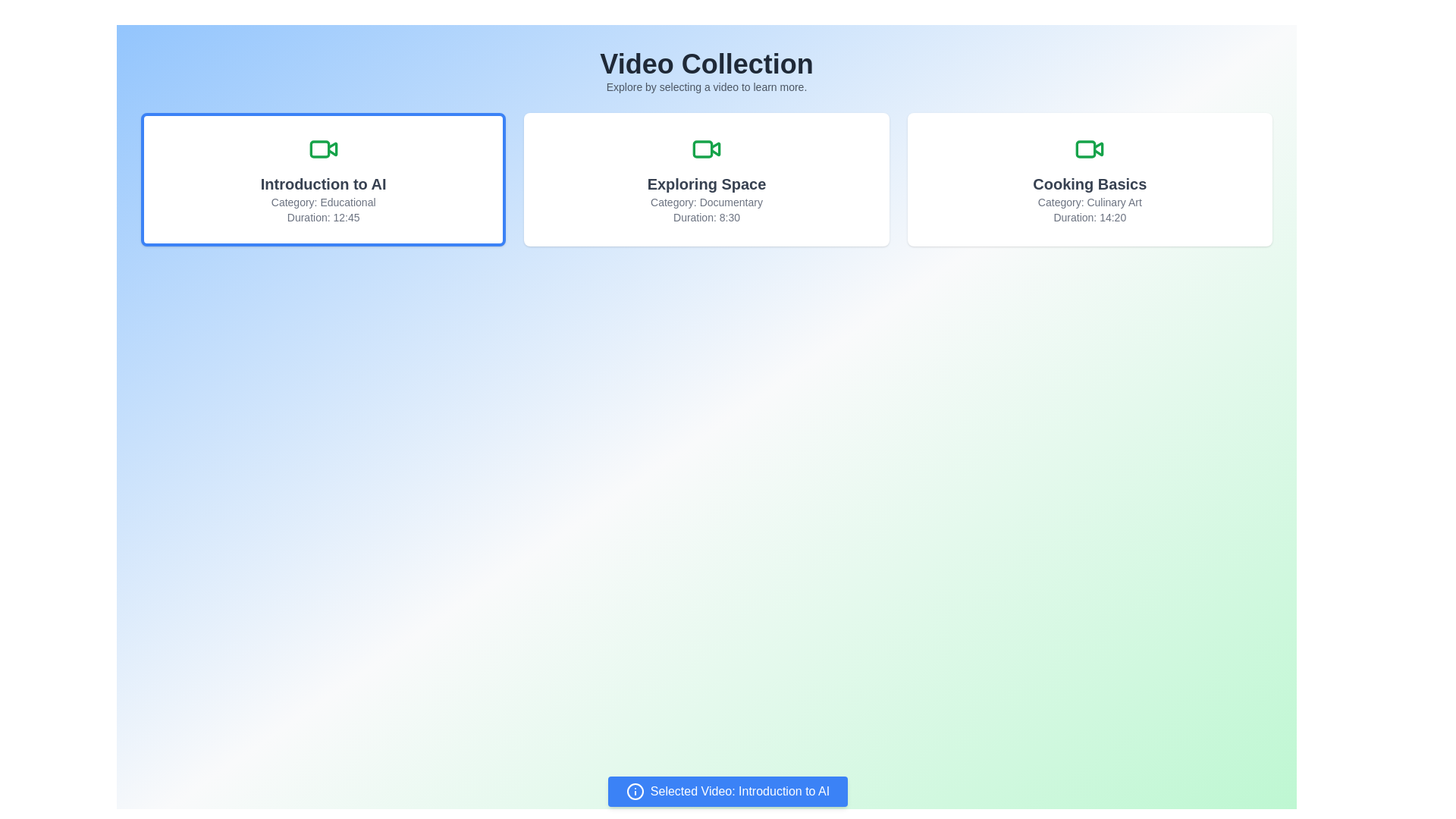 This screenshot has width=1456, height=819. What do you see at coordinates (322, 217) in the screenshot?
I see `the text label indicating the video duration located at the bottom of the 'Introduction` at bounding box center [322, 217].